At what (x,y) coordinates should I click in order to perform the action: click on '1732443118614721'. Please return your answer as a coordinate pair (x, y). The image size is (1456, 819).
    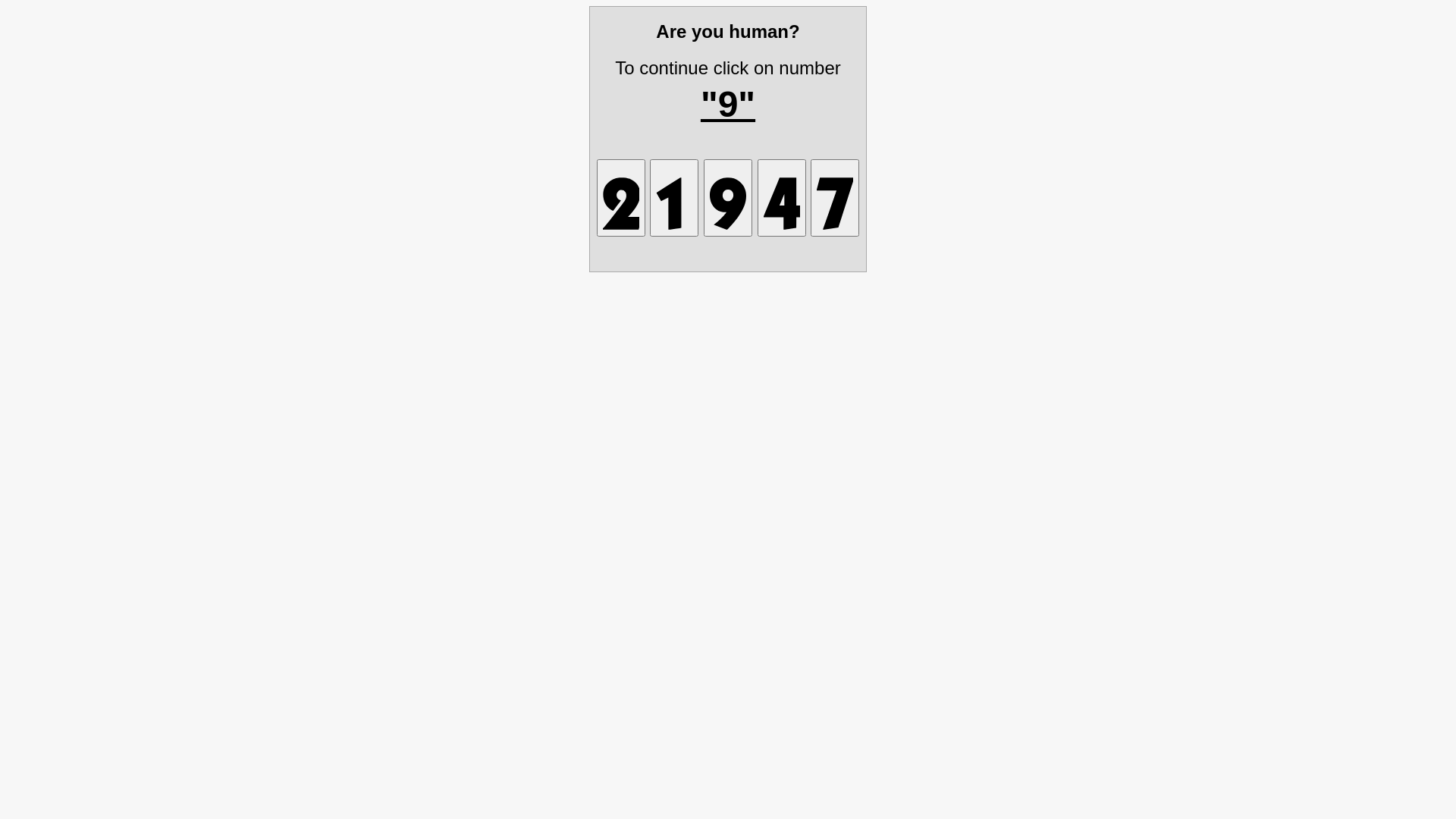
    Looking at the image, I should click on (673, 197).